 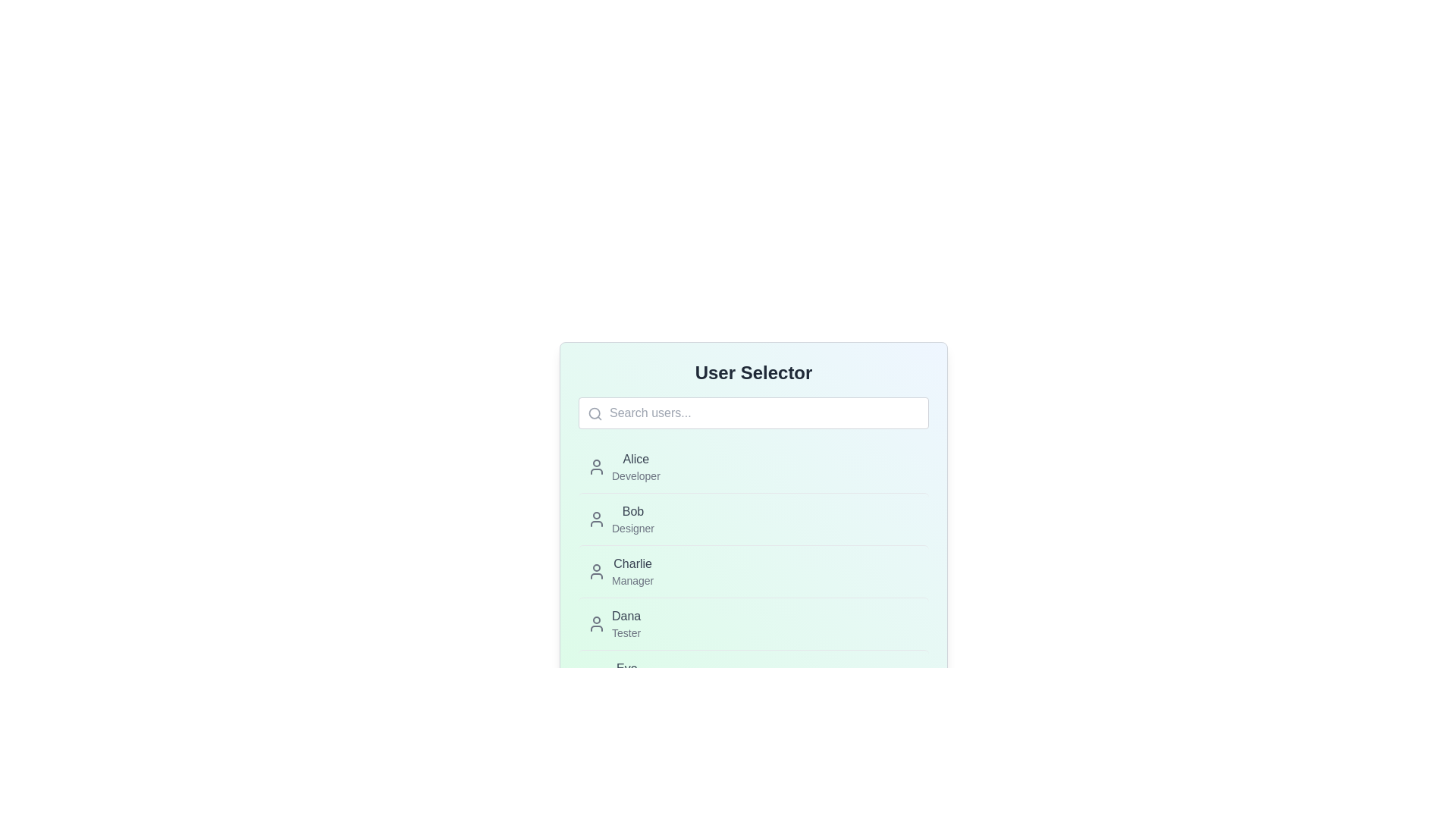 I want to click on to select the user 'Dana Tester' from the fourth item in the 'User Selector' panel, so click(x=753, y=623).